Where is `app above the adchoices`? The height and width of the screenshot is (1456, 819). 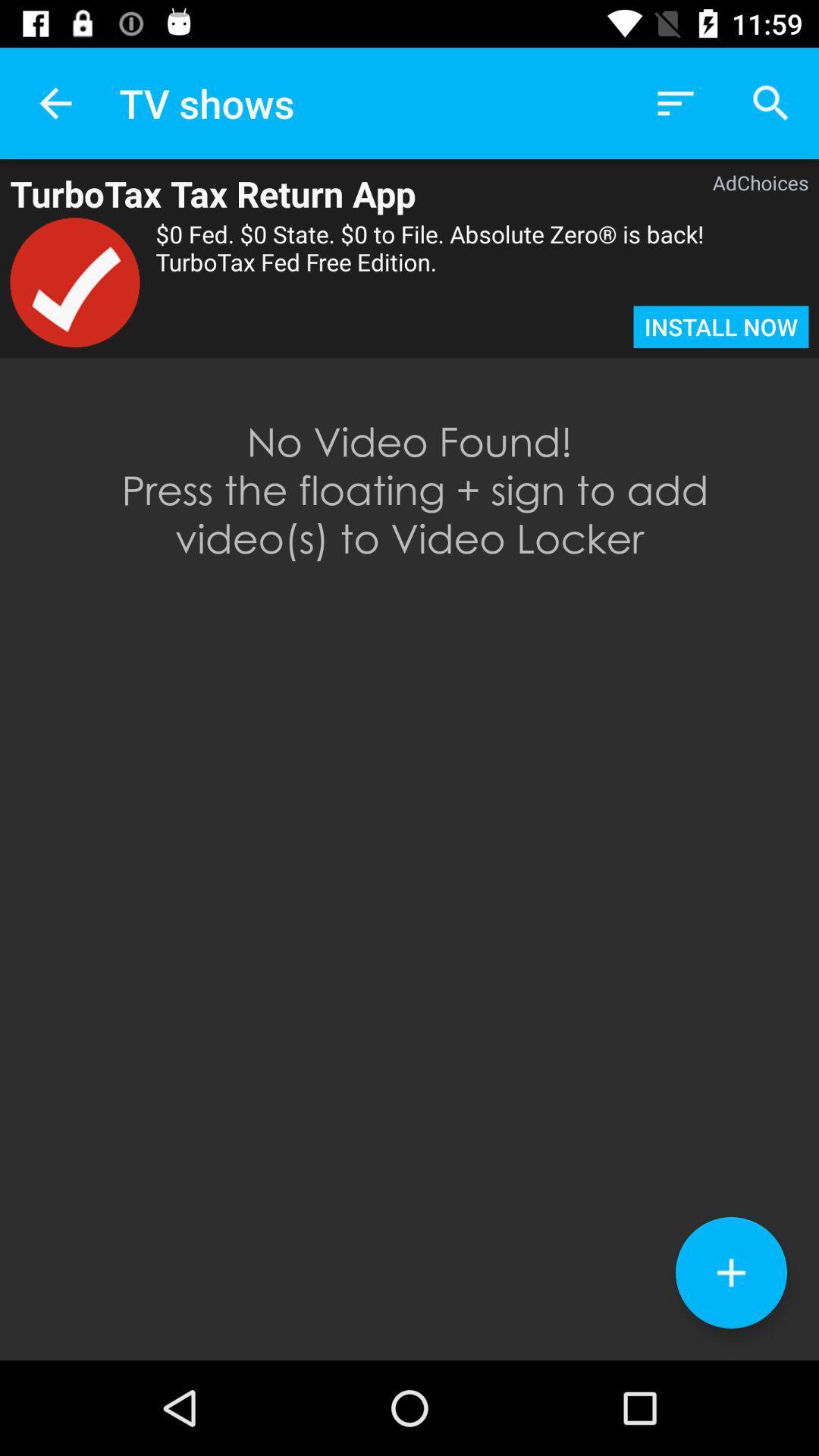 app above the adchoices is located at coordinates (675, 102).